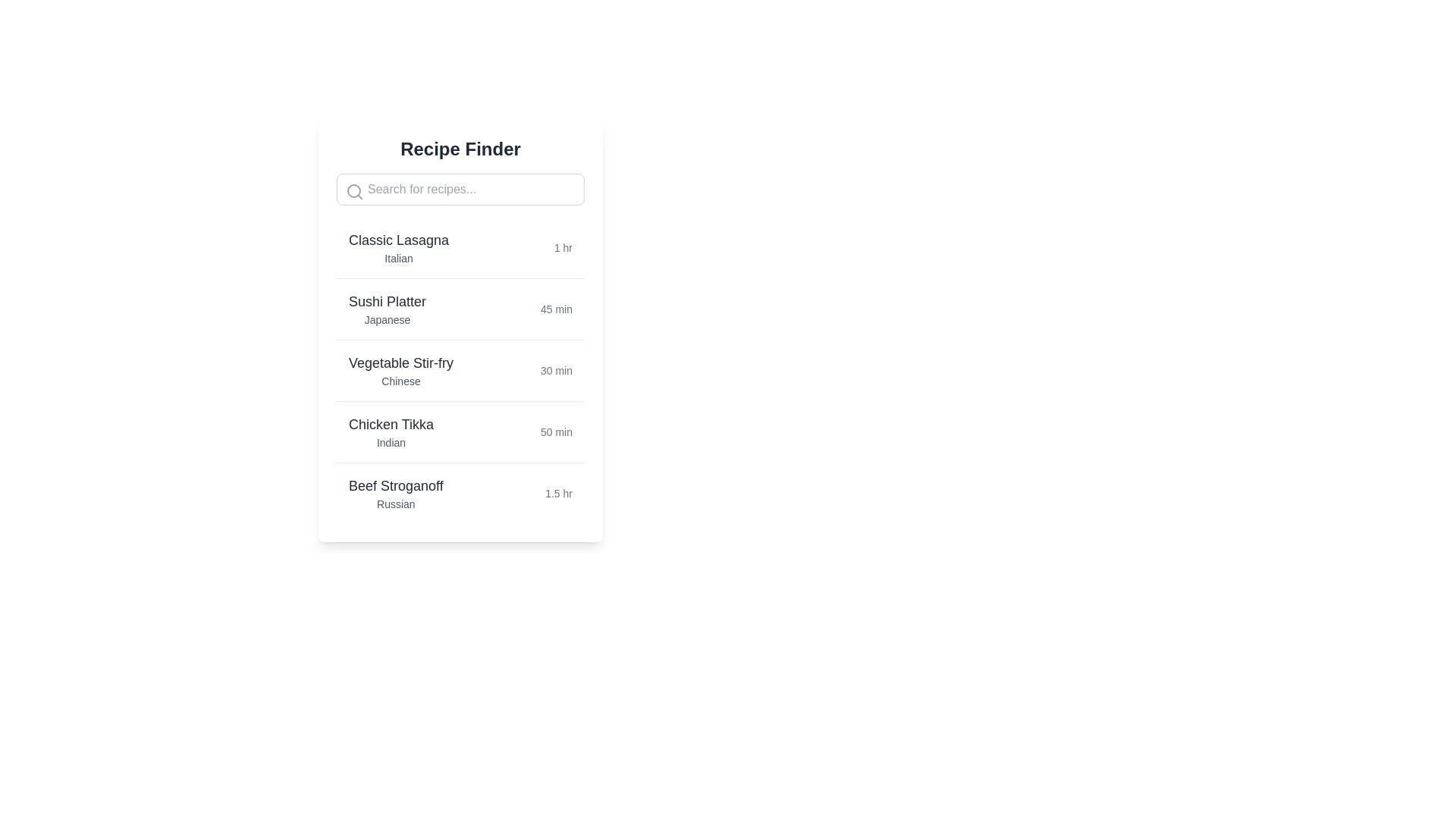 This screenshot has height=819, width=1456. What do you see at coordinates (391, 432) in the screenshot?
I see `the text label representing the fourth recipe entry in the recipe finder interface` at bounding box center [391, 432].